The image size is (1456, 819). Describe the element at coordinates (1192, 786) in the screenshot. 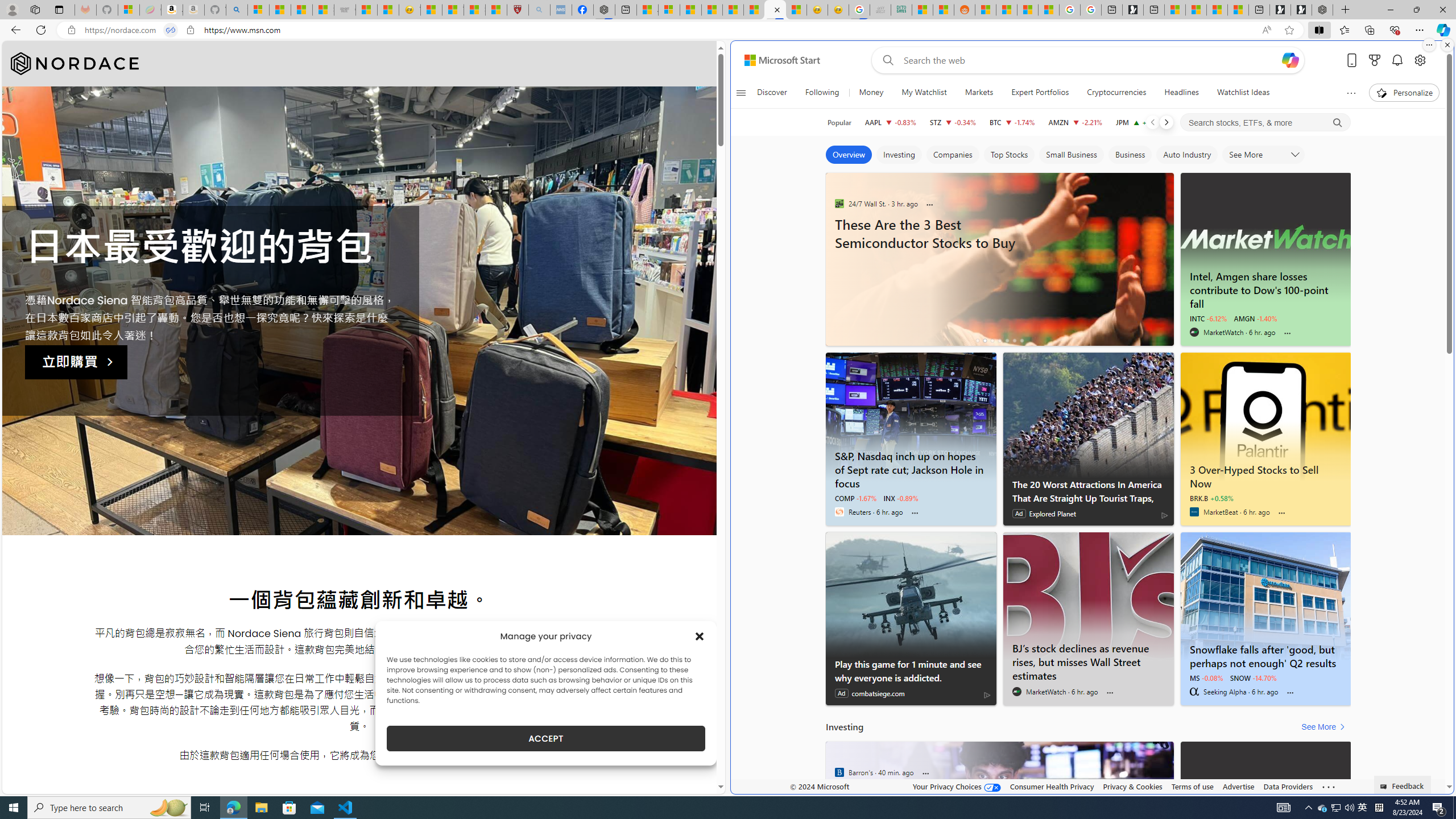

I see `'Terms of use'` at that location.